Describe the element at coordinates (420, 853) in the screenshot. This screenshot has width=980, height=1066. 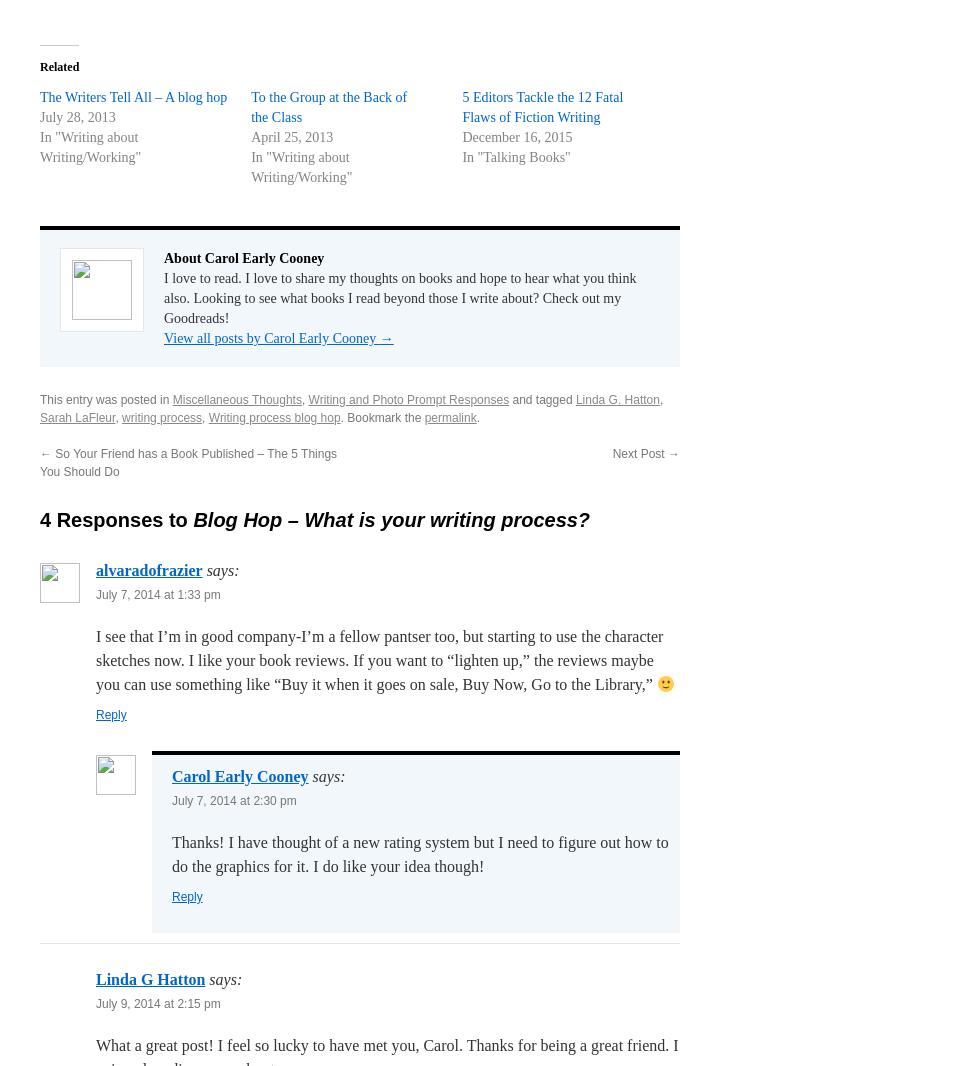
I see `'Thanks!  I have thought of a new rating system but I need to figure out how to do the graphics for it.  I do like your idea though!'` at that location.